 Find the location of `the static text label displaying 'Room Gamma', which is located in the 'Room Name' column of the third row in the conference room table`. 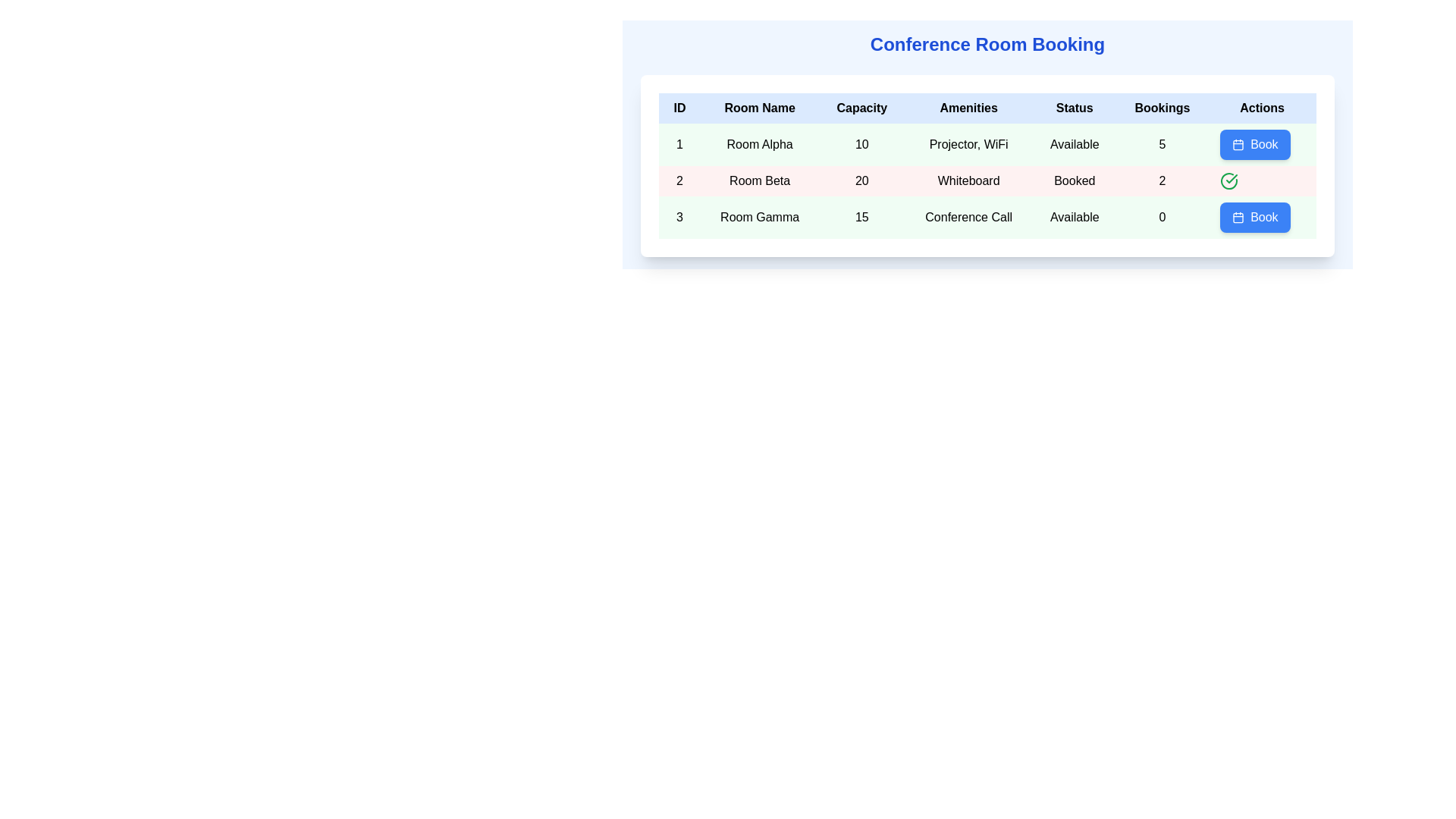

the static text label displaying 'Room Gamma', which is located in the 'Room Name' column of the third row in the conference room table is located at coordinates (760, 217).